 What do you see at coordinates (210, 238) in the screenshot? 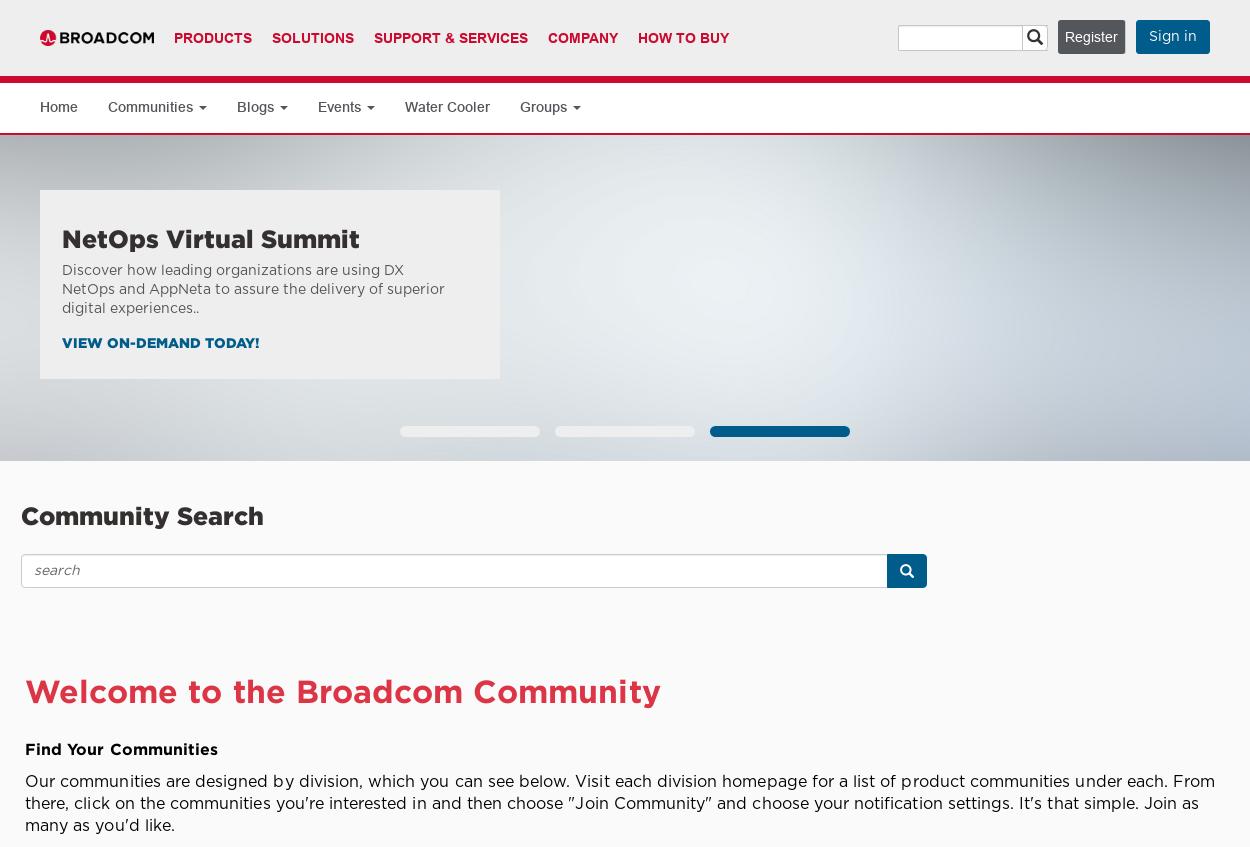
I see `'NetOps Virtual Summit'` at bounding box center [210, 238].